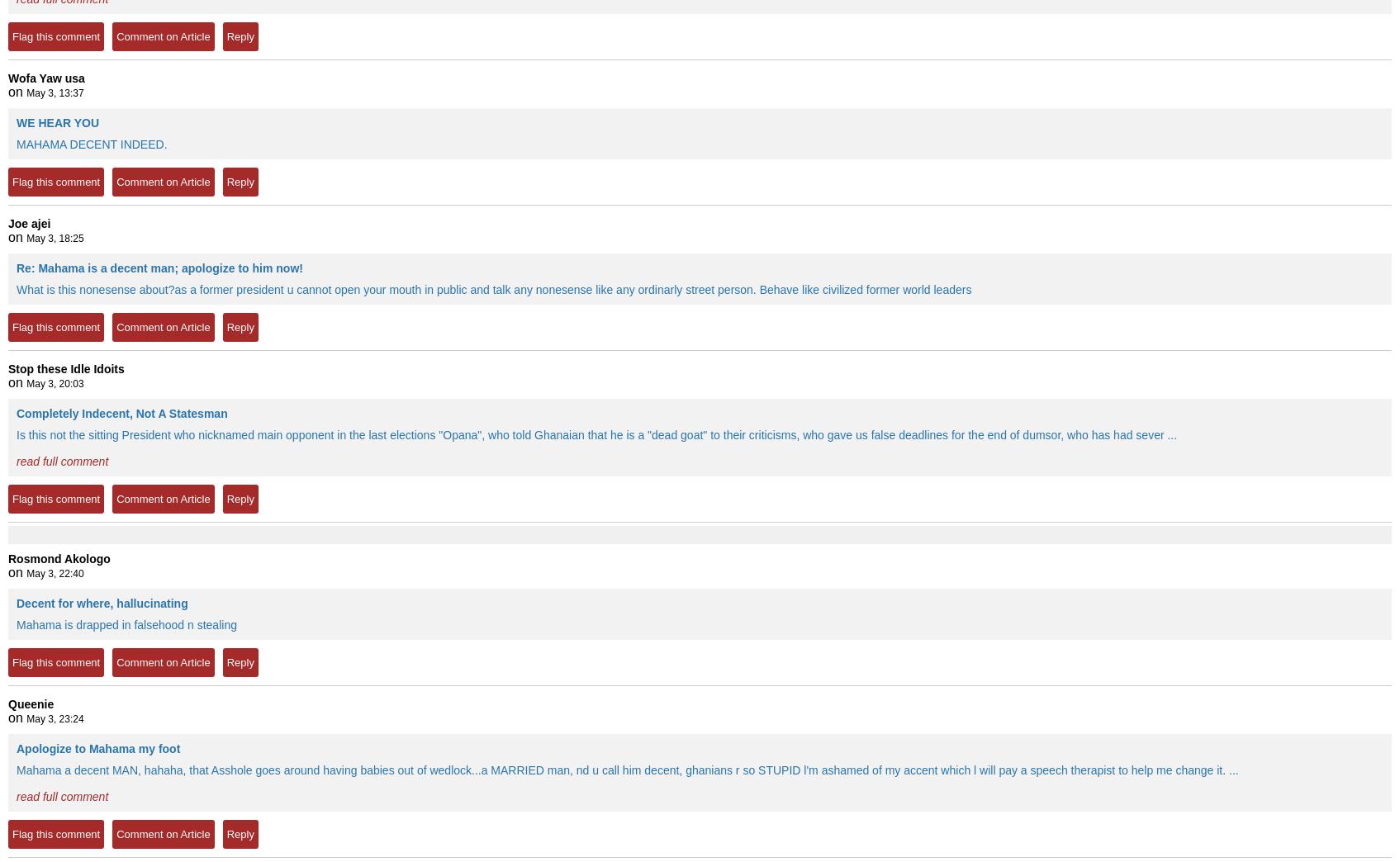  What do you see at coordinates (54, 572) in the screenshot?
I see `'May  3, 22:40'` at bounding box center [54, 572].